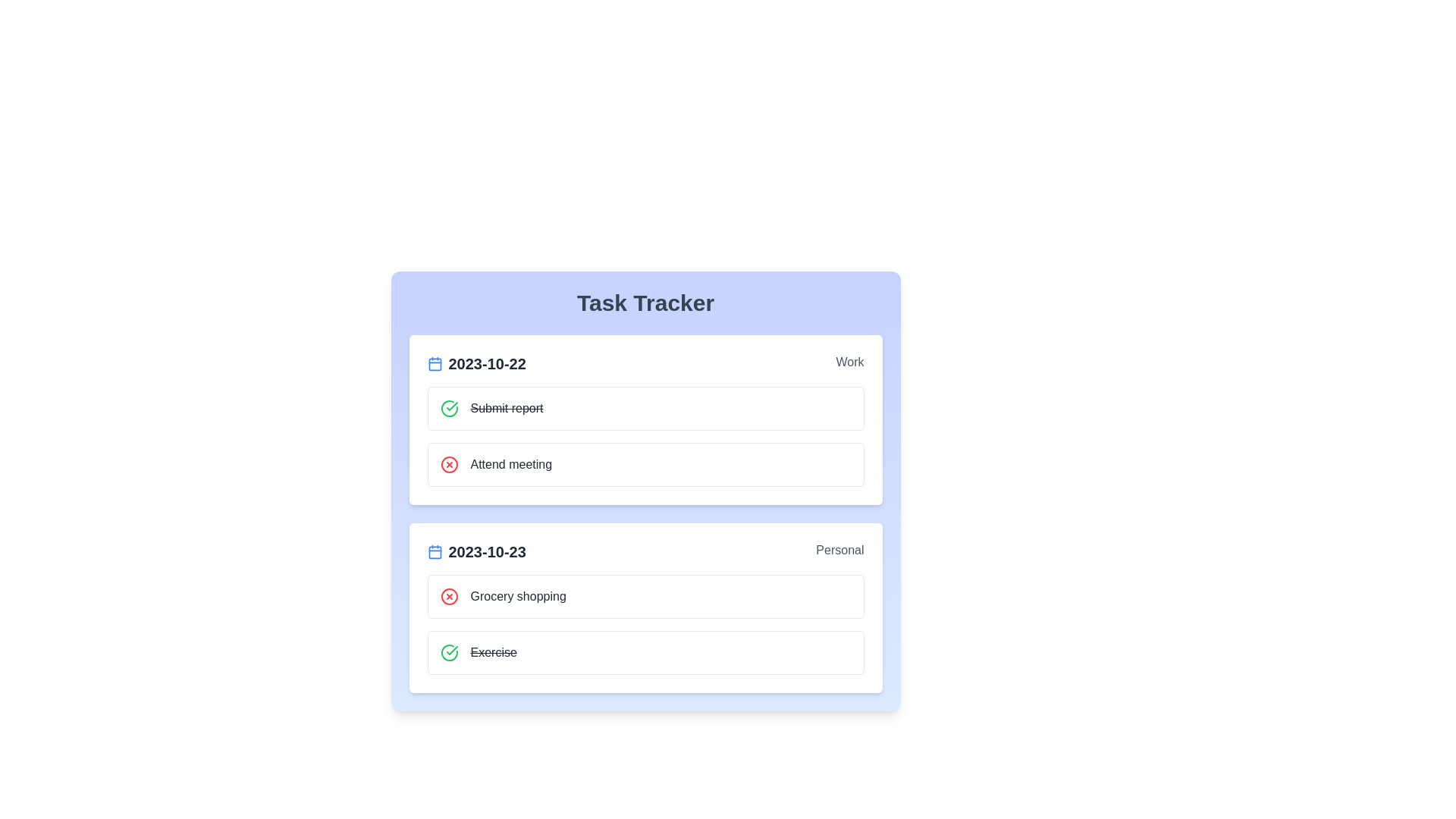 This screenshot has height=819, width=1456. What do you see at coordinates (839, 552) in the screenshot?
I see `the category label Personal to filter tasks by that category` at bounding box center [839, 552].